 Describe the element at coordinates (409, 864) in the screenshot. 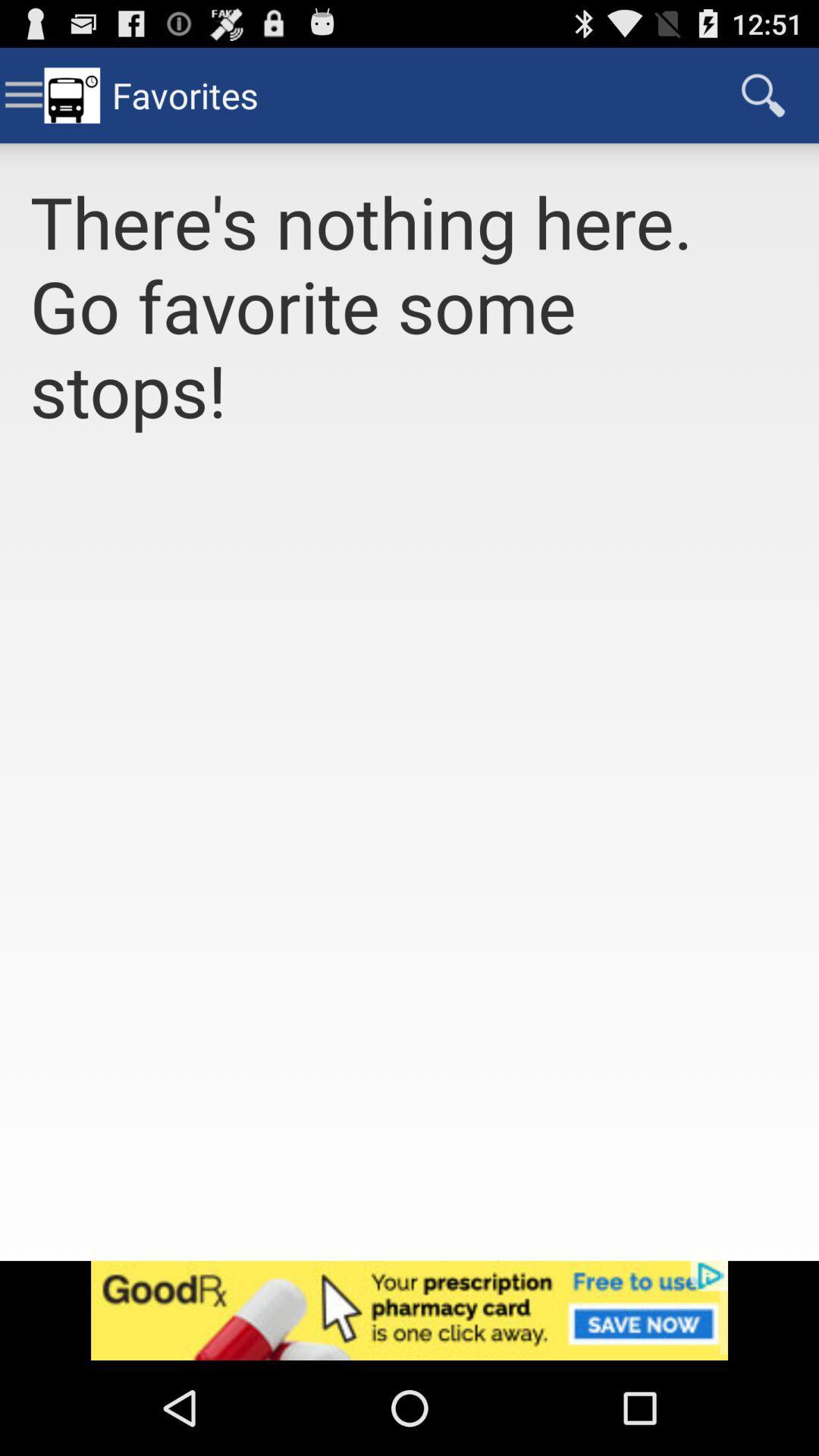

I see `screen page` at that location.